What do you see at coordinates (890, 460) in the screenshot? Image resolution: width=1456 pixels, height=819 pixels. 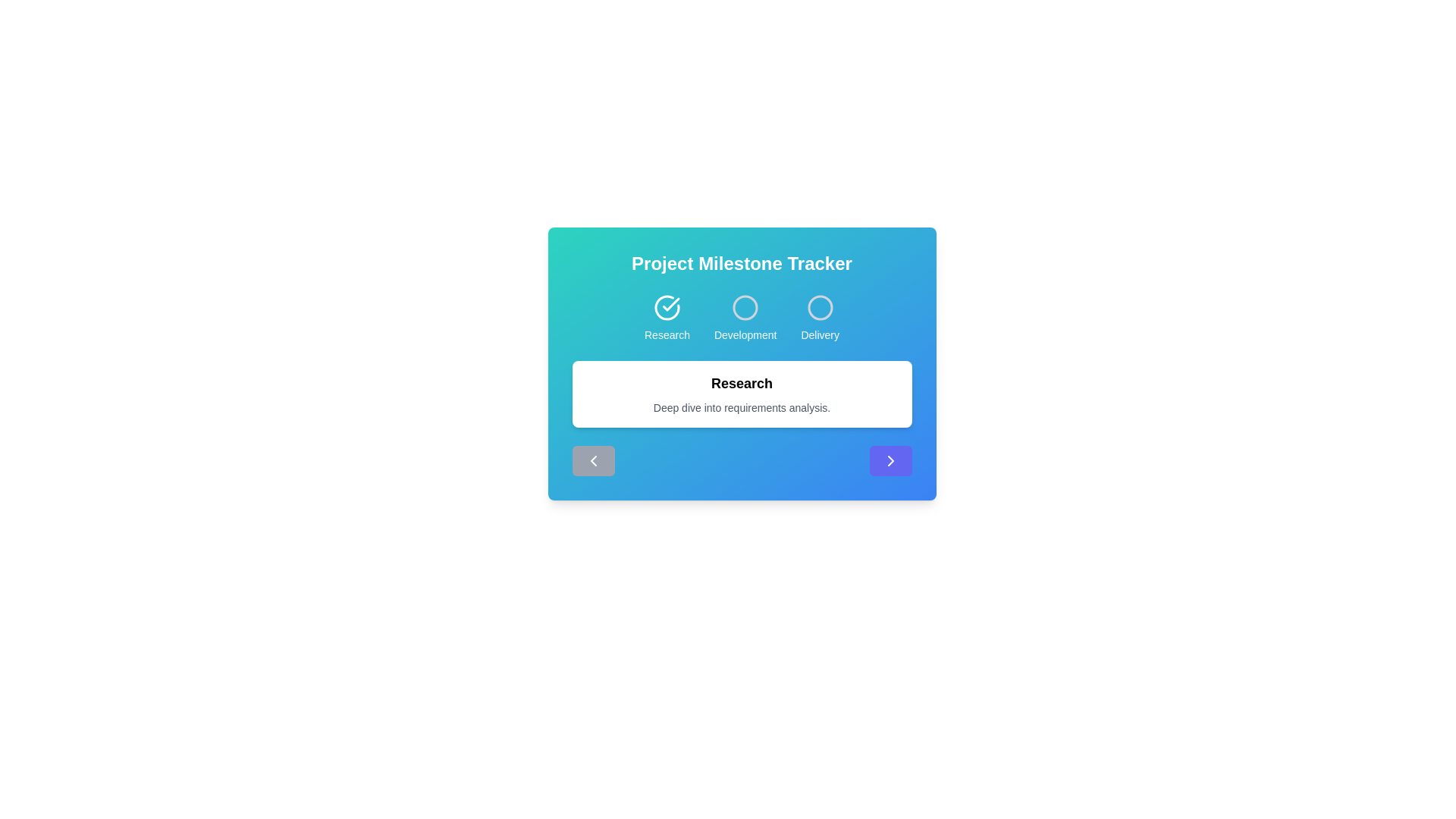 I see `the chevron icon located in the bottom-right corner of the card interface` at bounding box center [890, 460].